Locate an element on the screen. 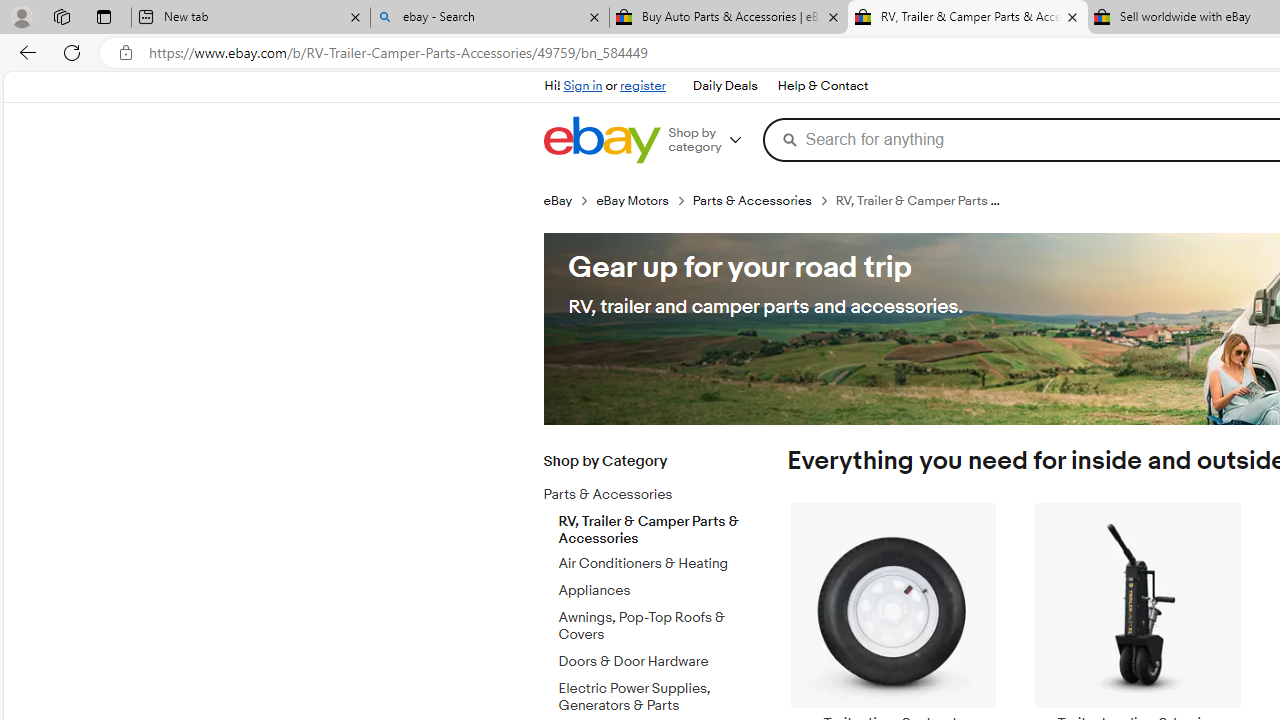  'eBay Motors' is located at coordinates (631, 200).